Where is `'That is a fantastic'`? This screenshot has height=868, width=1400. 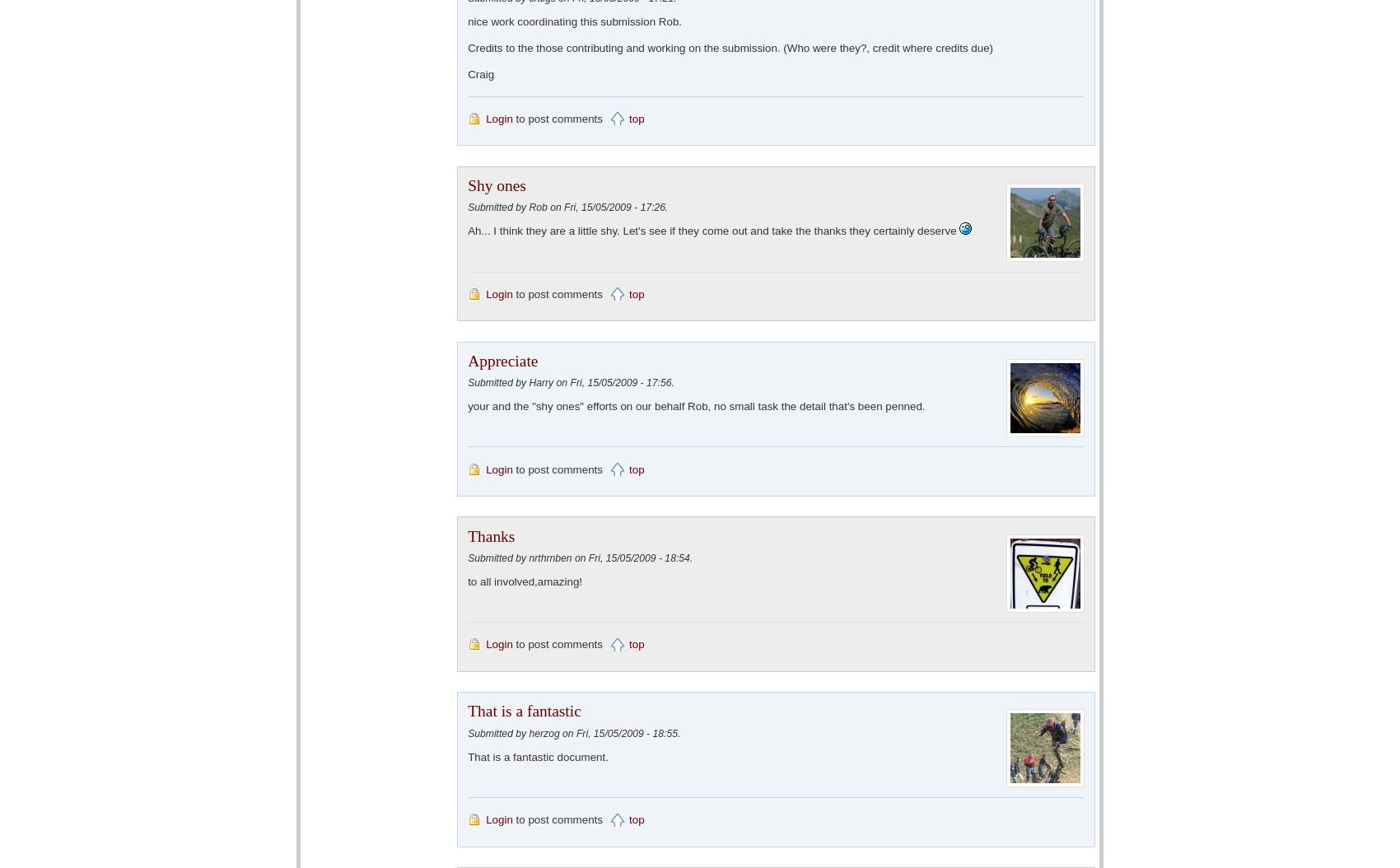
'That is a fantastic' is located at coordinates (523, 711).